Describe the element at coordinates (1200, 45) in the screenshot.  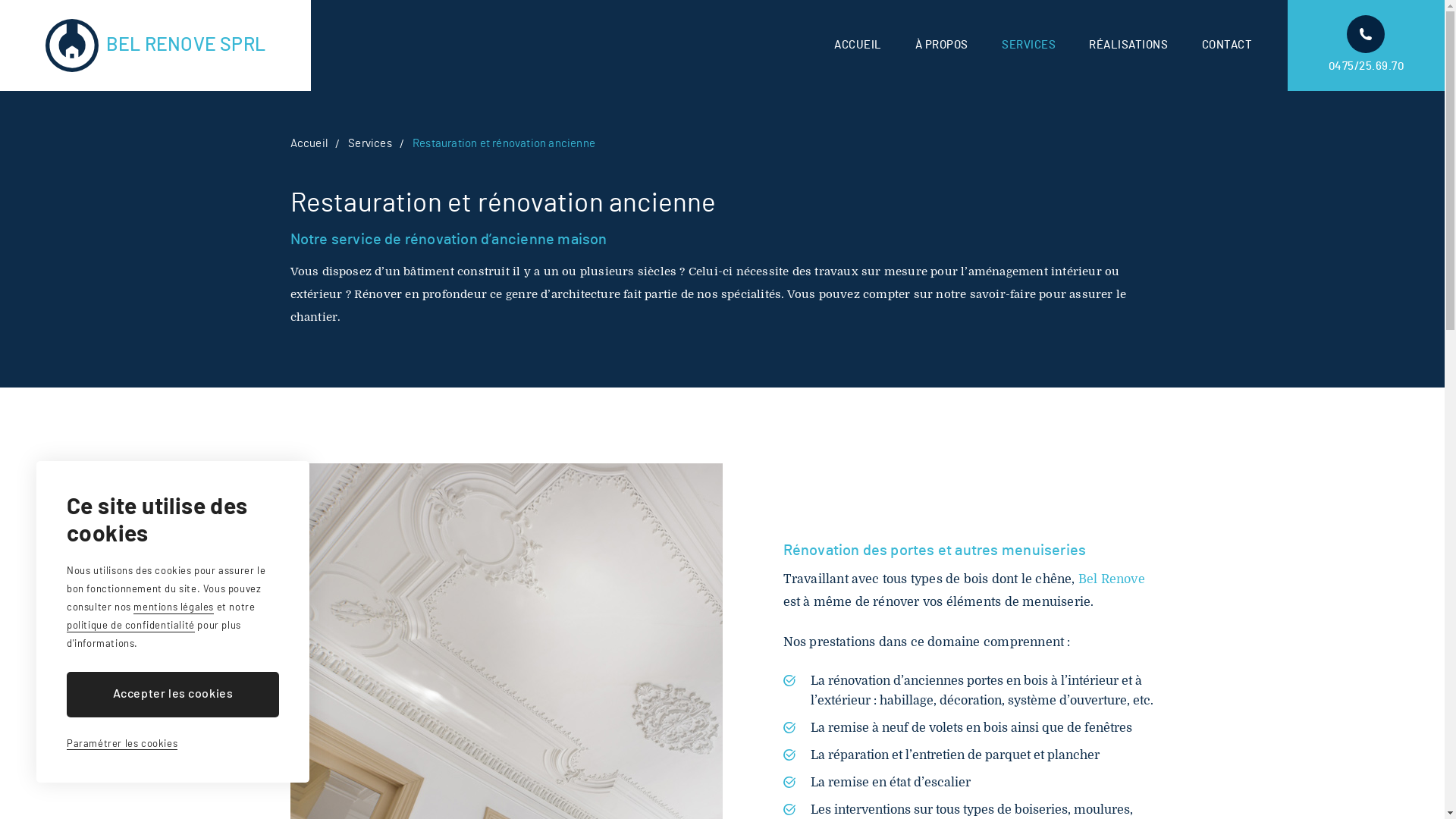
I see `'CONTACT'` at that location.